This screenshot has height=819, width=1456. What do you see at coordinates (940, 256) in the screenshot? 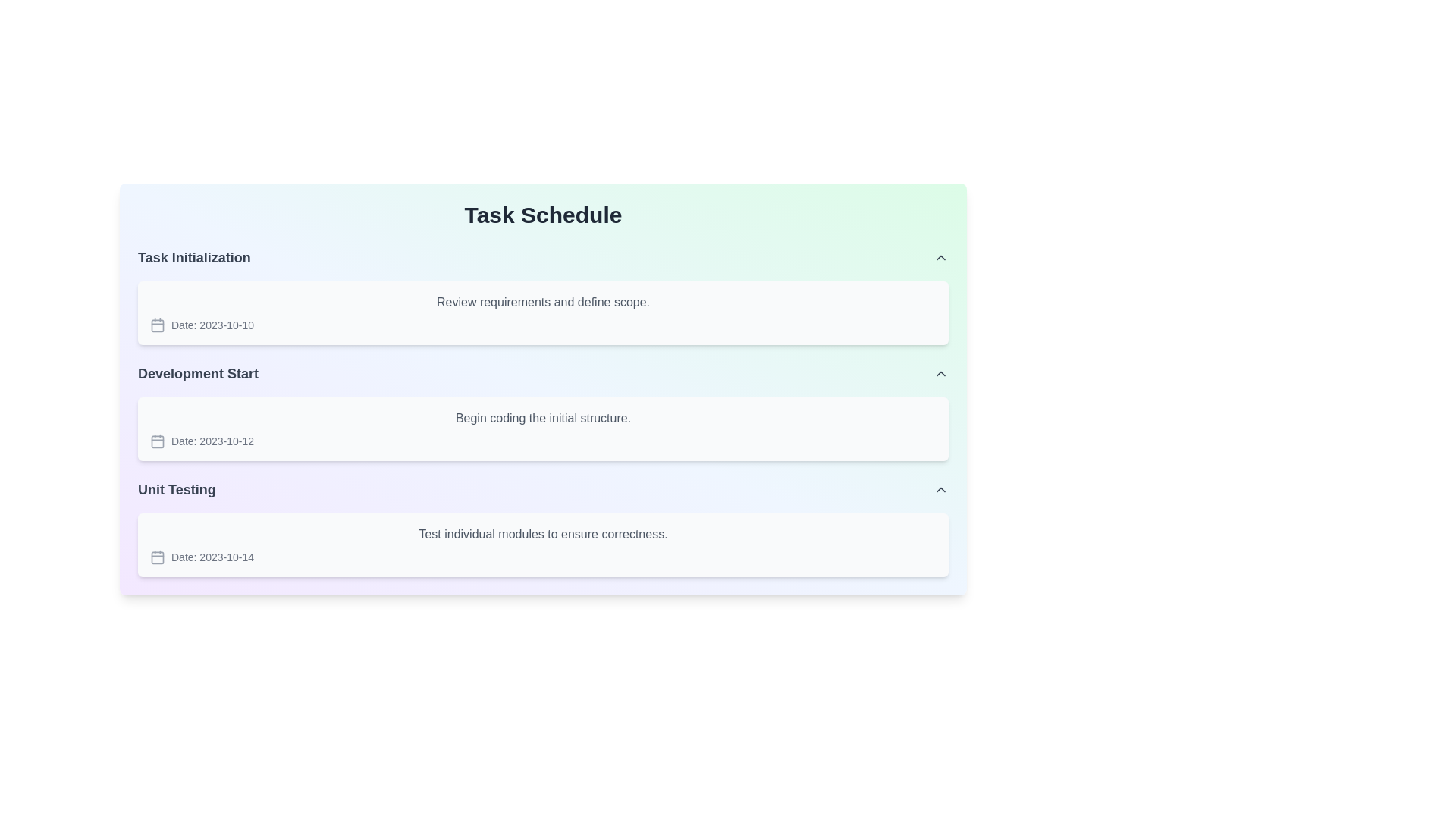
I see `the small upward-pointing chevron icon button, which is positioned to the far-right side of the 'Task Initialization' header text` at bounding box center [940, 256].